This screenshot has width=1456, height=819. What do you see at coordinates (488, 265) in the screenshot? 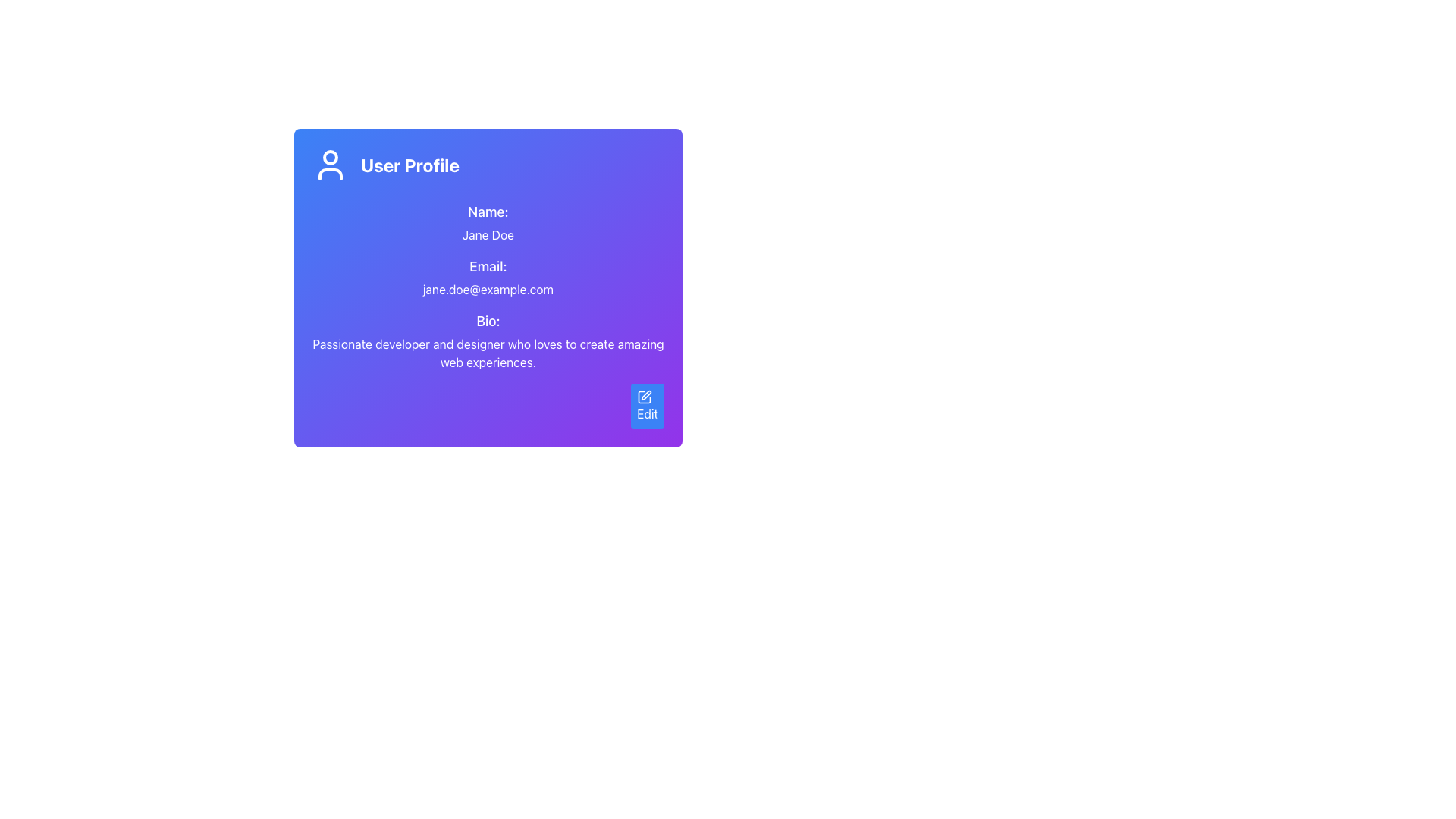
I see `text label that displays 'Email:' which is styled in bold font and part of the user profile summary, located below the 'Name:' field and above the email address` at bounding box center [488, 265].